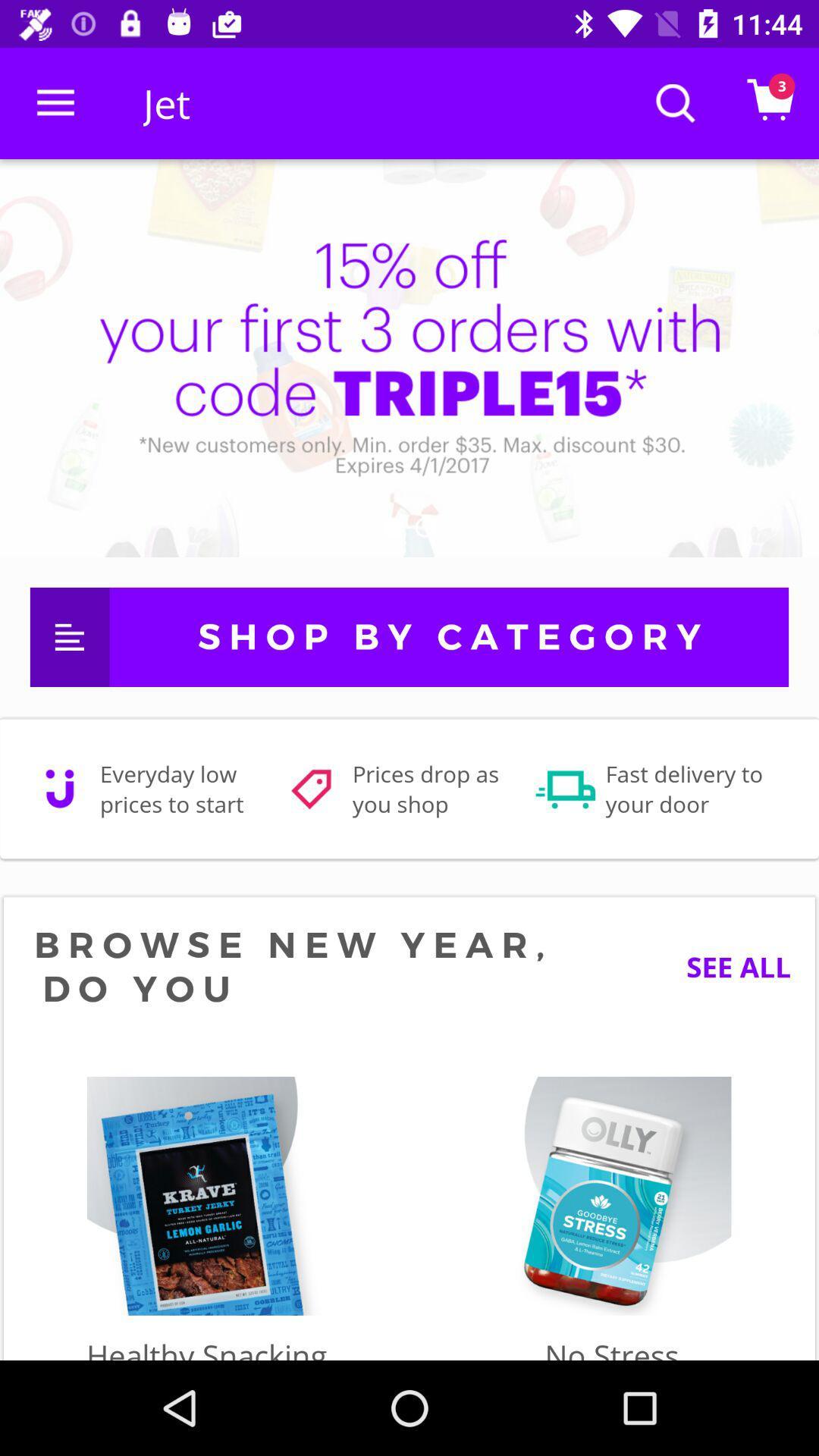 Image resolution: width=819 pixels, height=1456 pixels. I want to click on the see all icon, so click(726, 966).